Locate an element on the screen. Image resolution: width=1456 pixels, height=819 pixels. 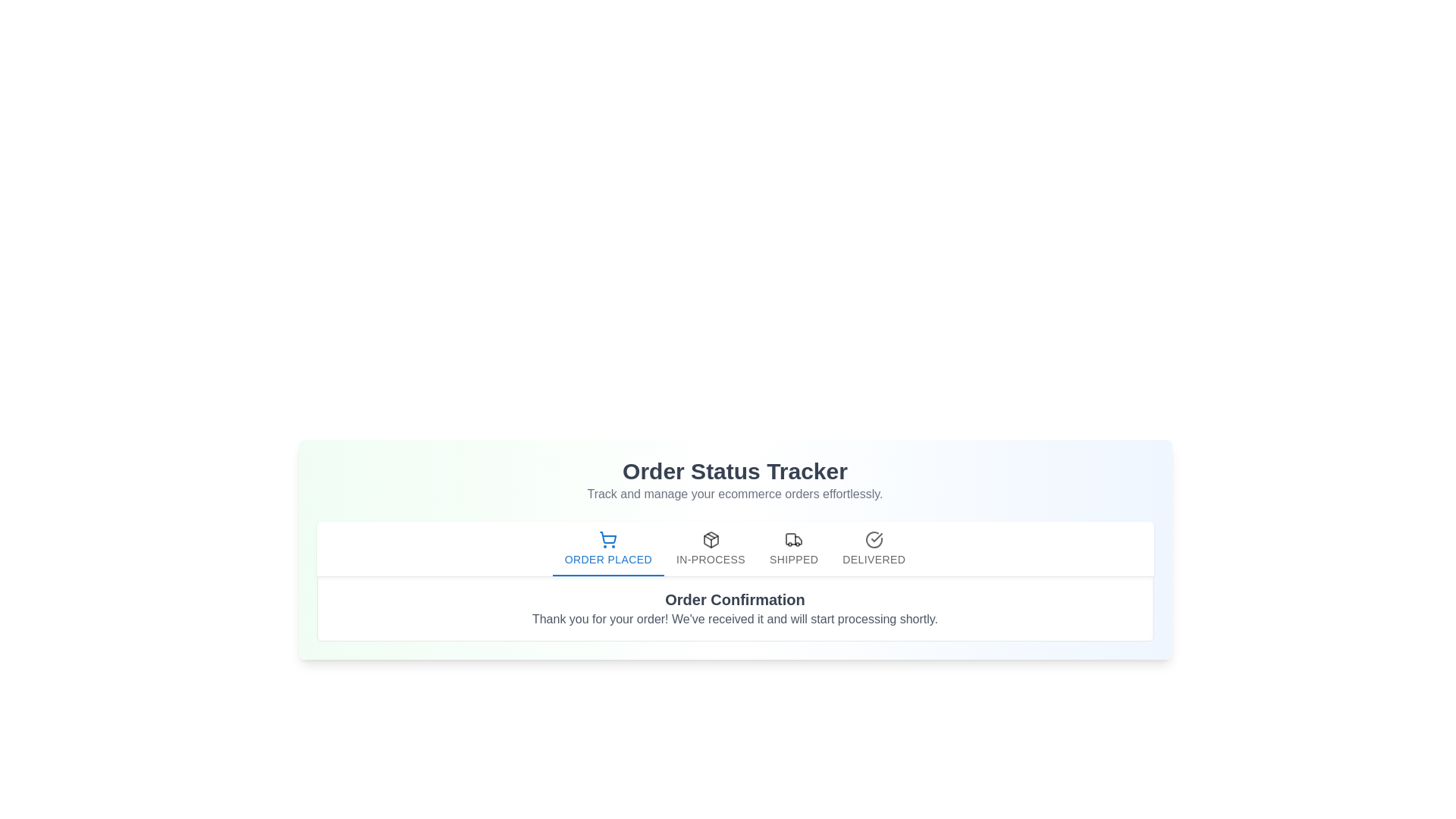
the graphical icon representing progress or completion, which features a circular outline with a checkmark inside, located in the fourth position among the progress icons labeled 'Order Placed,' 'In-Process,' 'Shipped,' and 'Delivered.' is located at coordinates (874, 539).